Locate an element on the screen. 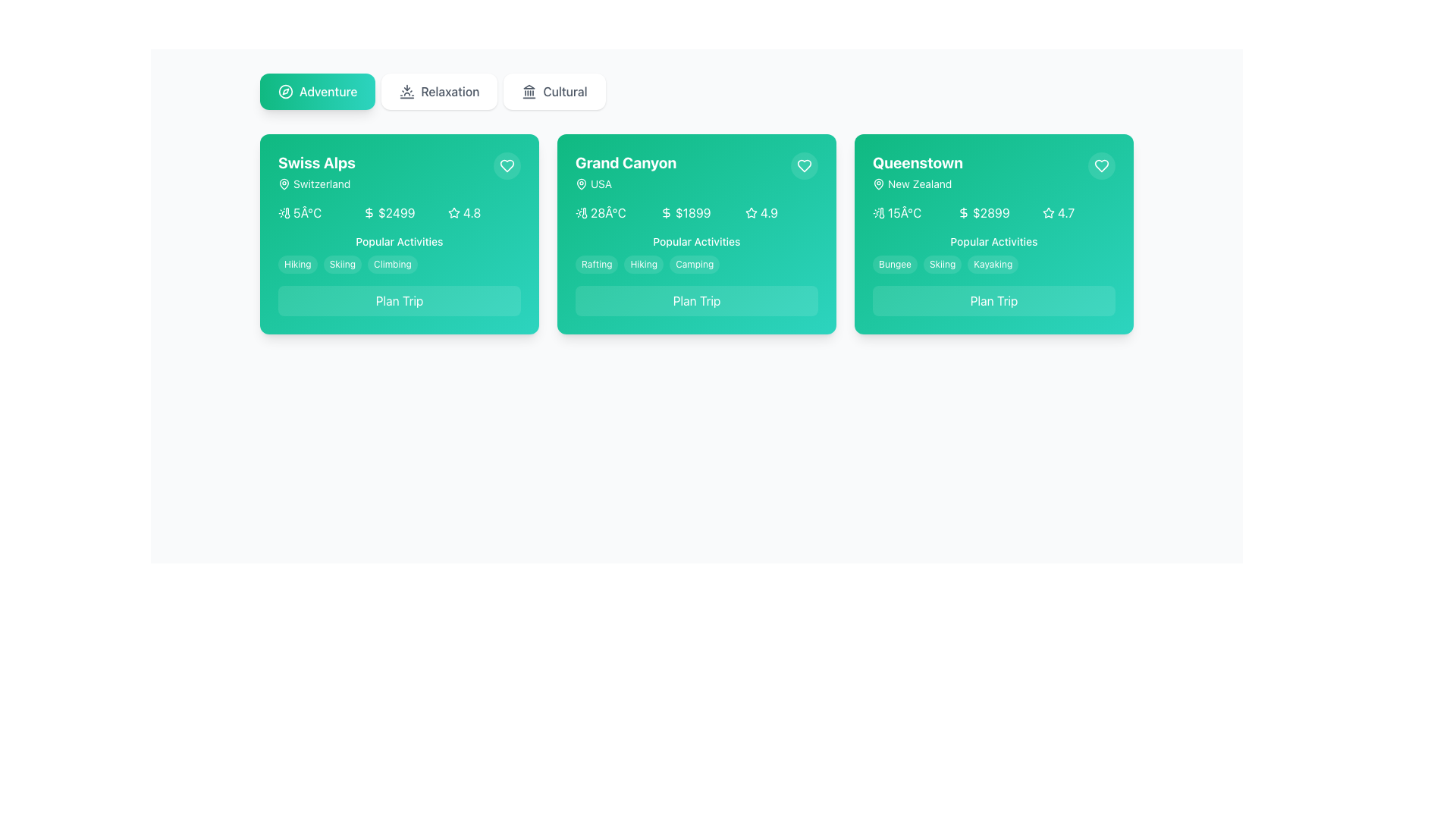  the 'Bungee' tag, which is a pill-shaped label with rounded corners, and contains the text 'Bungee' in a small-sized sans-serif font, located in the 'Popular Activities' section of the card for 'Queenstown' is located at coordinates (895, 263).